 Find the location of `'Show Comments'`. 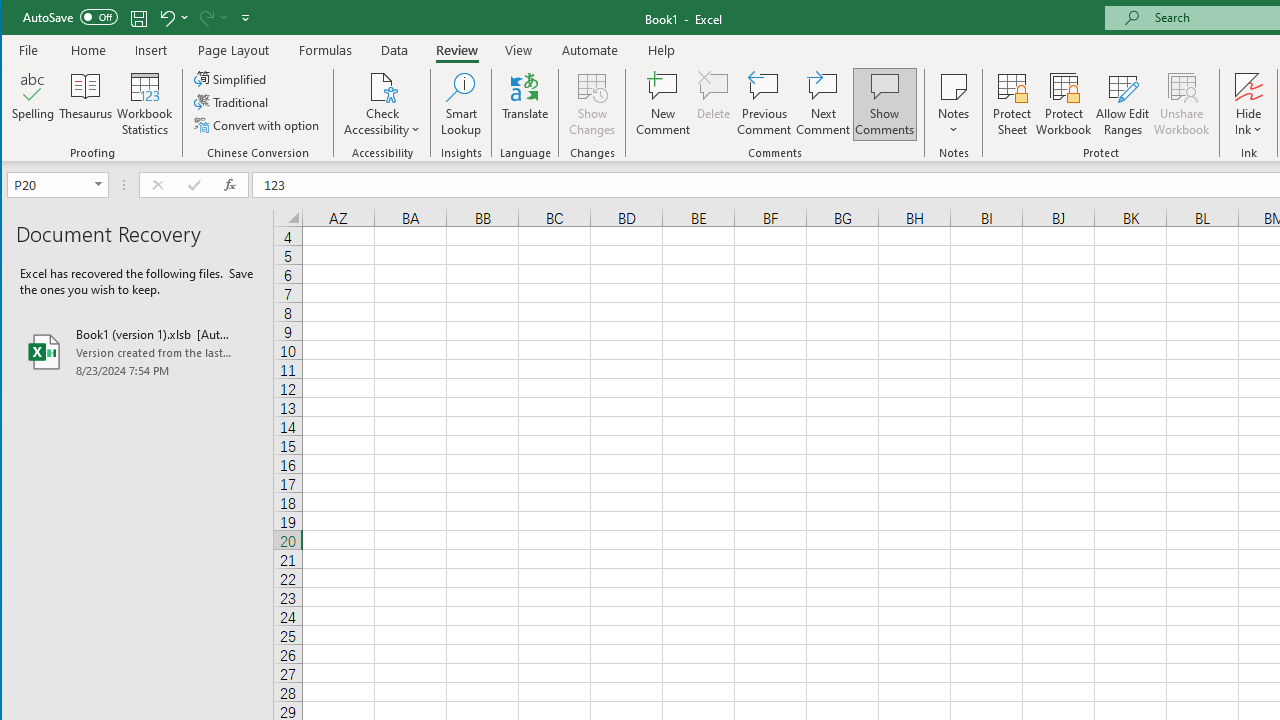

'Show Comments' is located at coordinates (883, 104).